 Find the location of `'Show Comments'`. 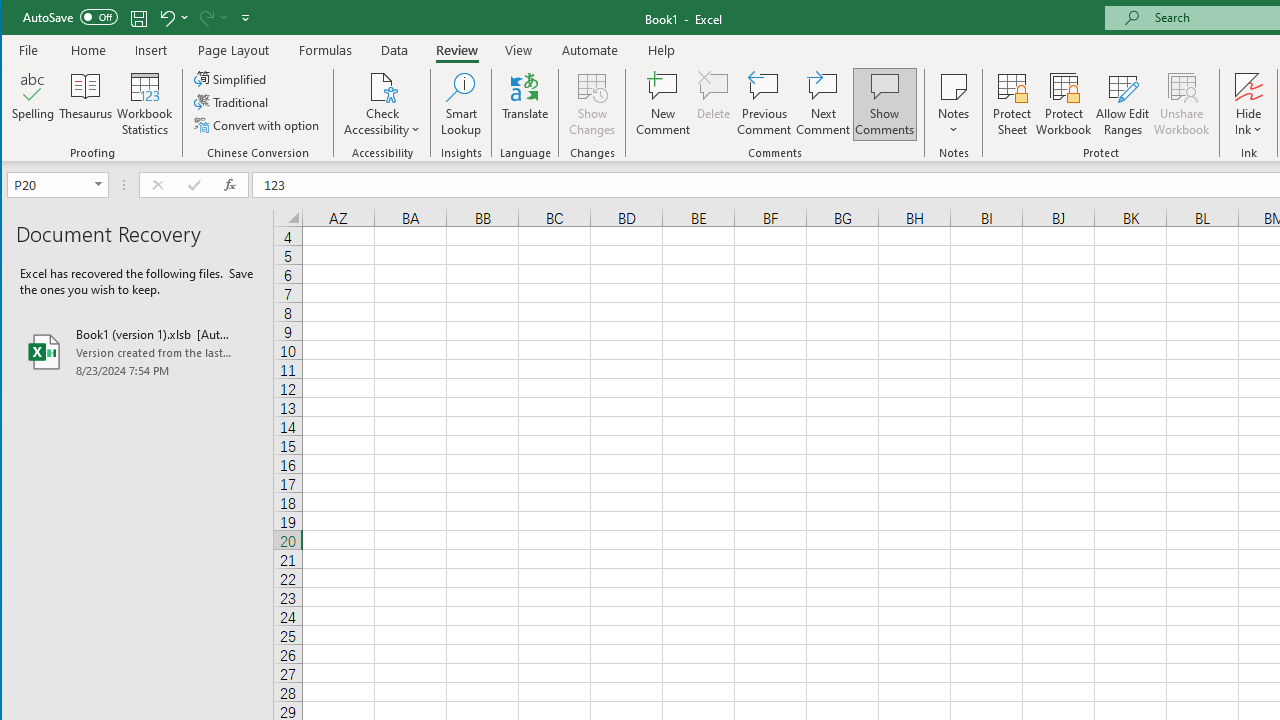

'Show Comments' is located at coordinates (883, 104).